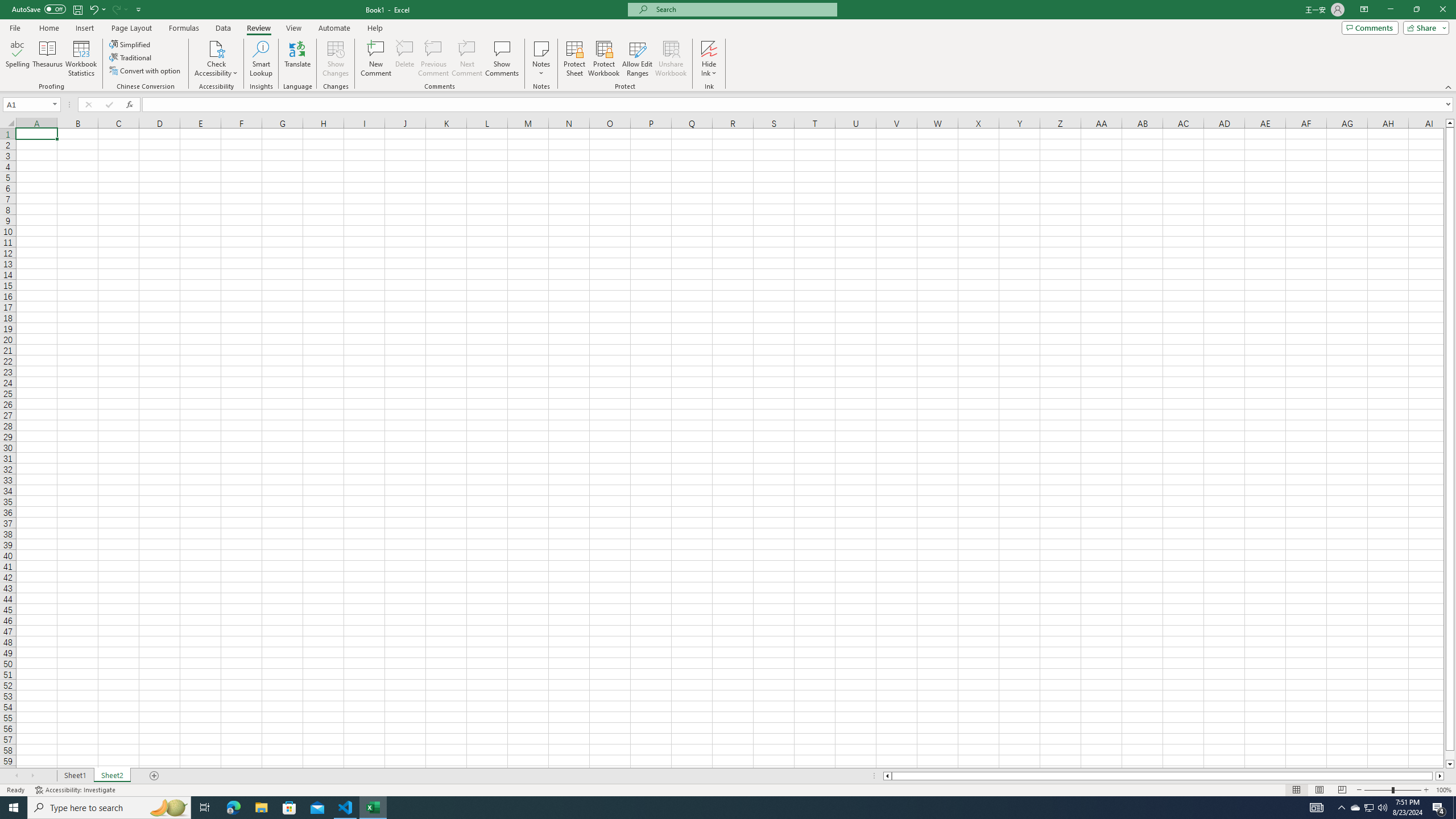 The height and width of the screenshot is (819, 1456). What do you see at coordinates (146, 69) in the screenshot?
I see `'Convert with option'` at bounding box center [146, 69].